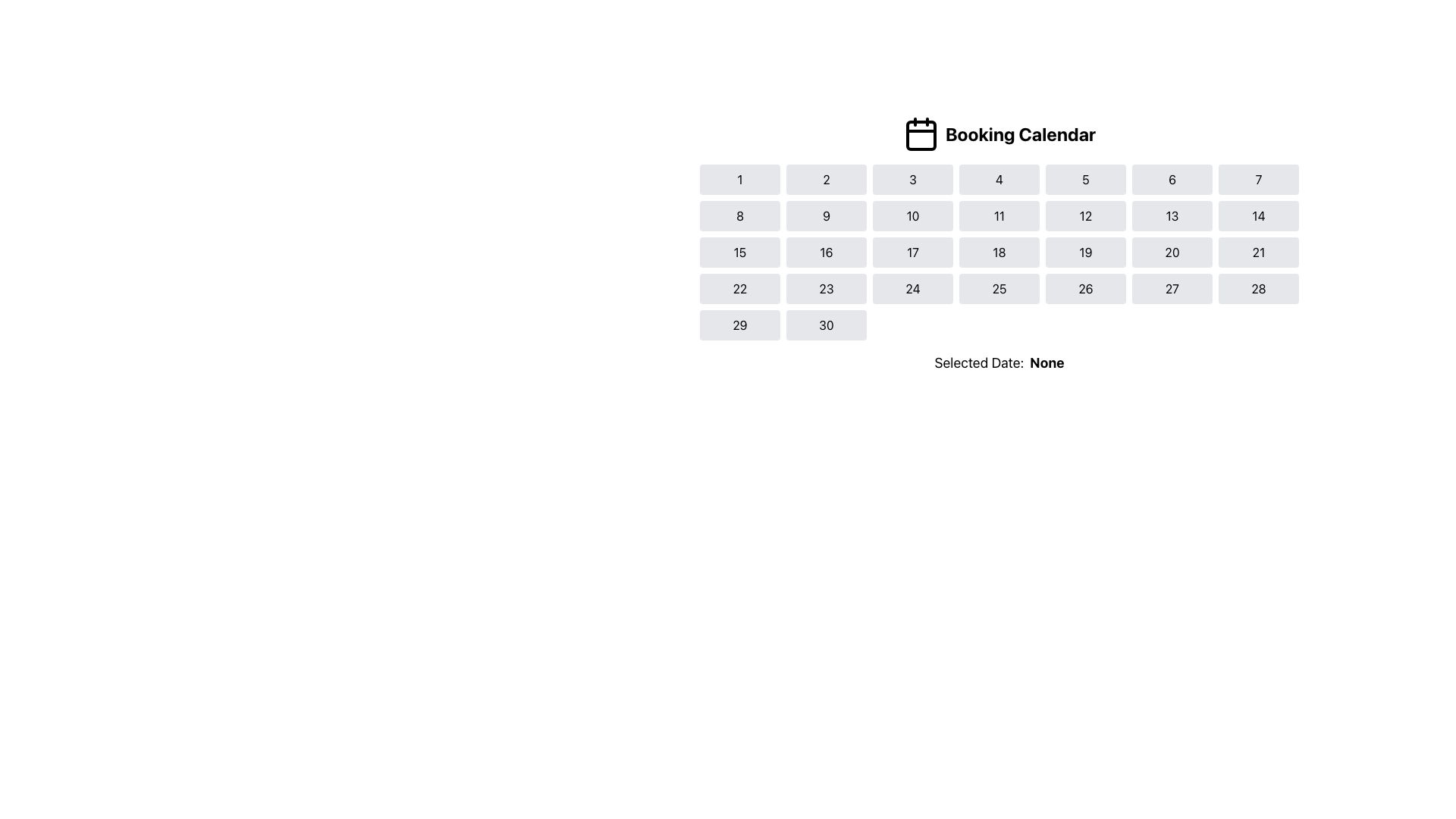  What do you see at coordinates (912, 178) in the screenshot?
I see `the button displaying the number '3', which is styled with a light gray background and rounded corners, to observe its hover effects` at bounding box center [912, 178].